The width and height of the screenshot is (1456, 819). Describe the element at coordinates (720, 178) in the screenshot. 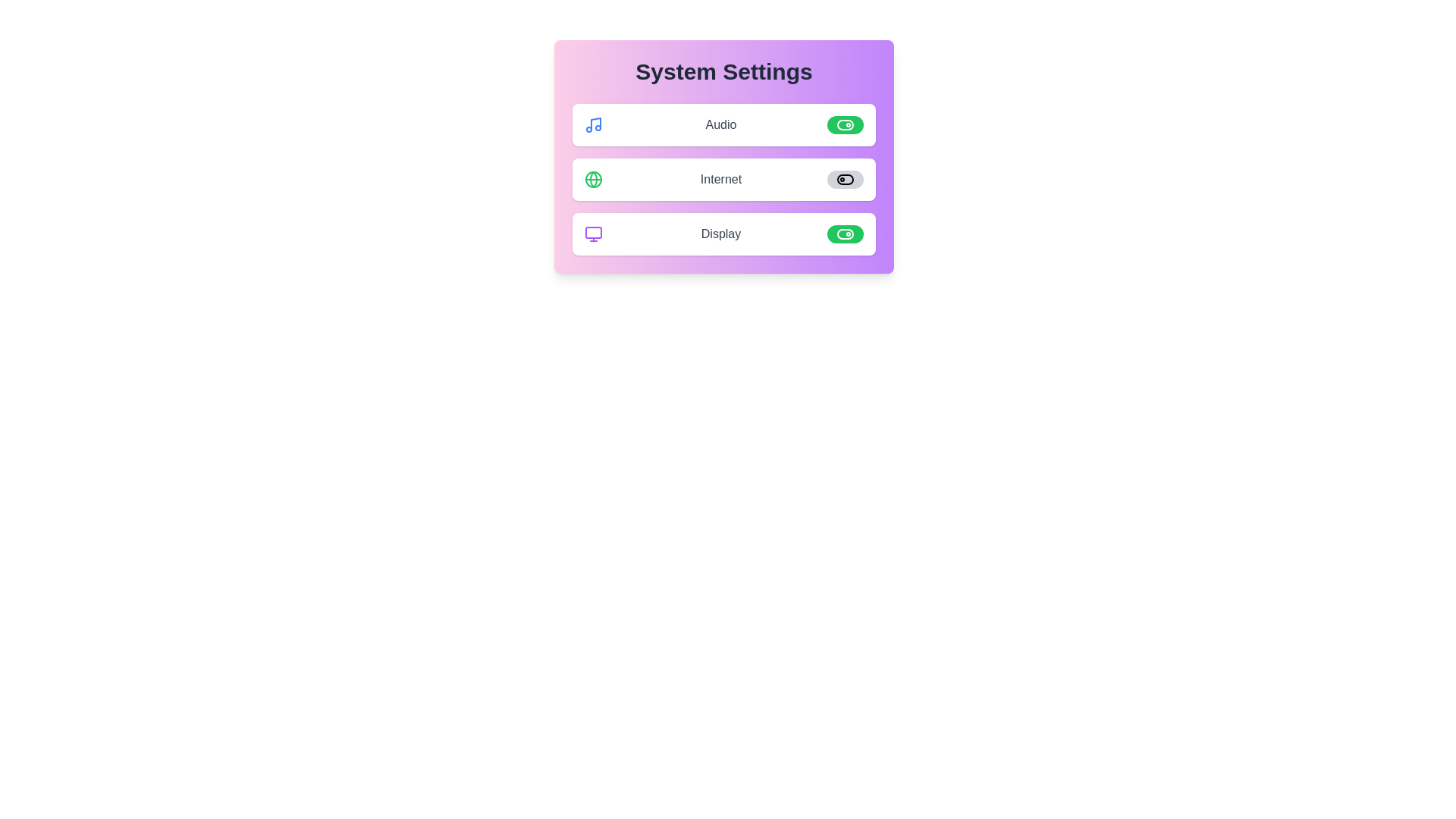

I see `the 'Internet' static text label, which is the second item in a vertical list of three elements, positioned below the 'Audio' section and above the 'Display' section, aligned beside the globe icon and toggle switch` at that location.